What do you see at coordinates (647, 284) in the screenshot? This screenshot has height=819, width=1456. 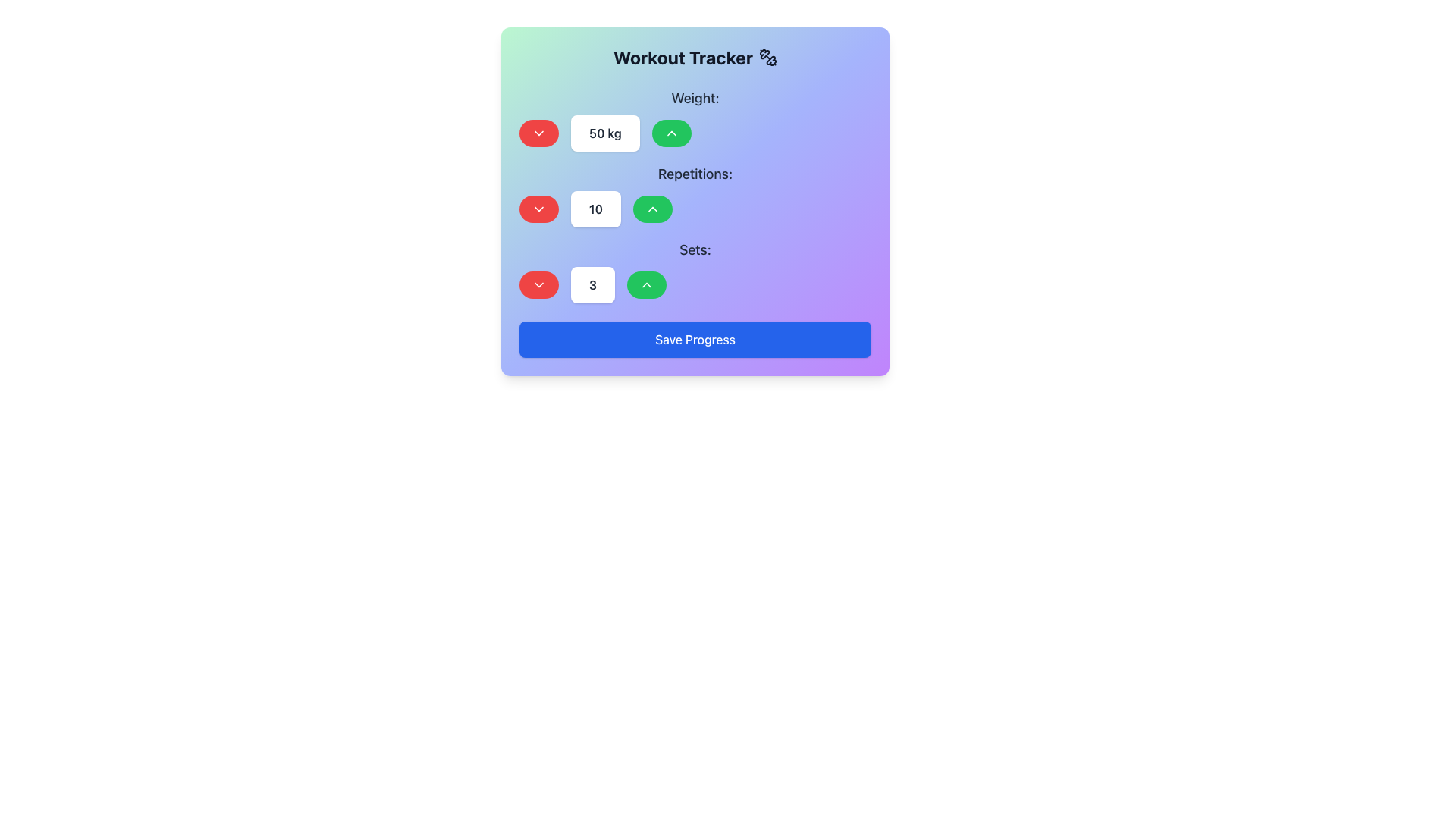 I see `the green rounded rectangular button with a white upward arrow icon` at bounding box center [647, 284].